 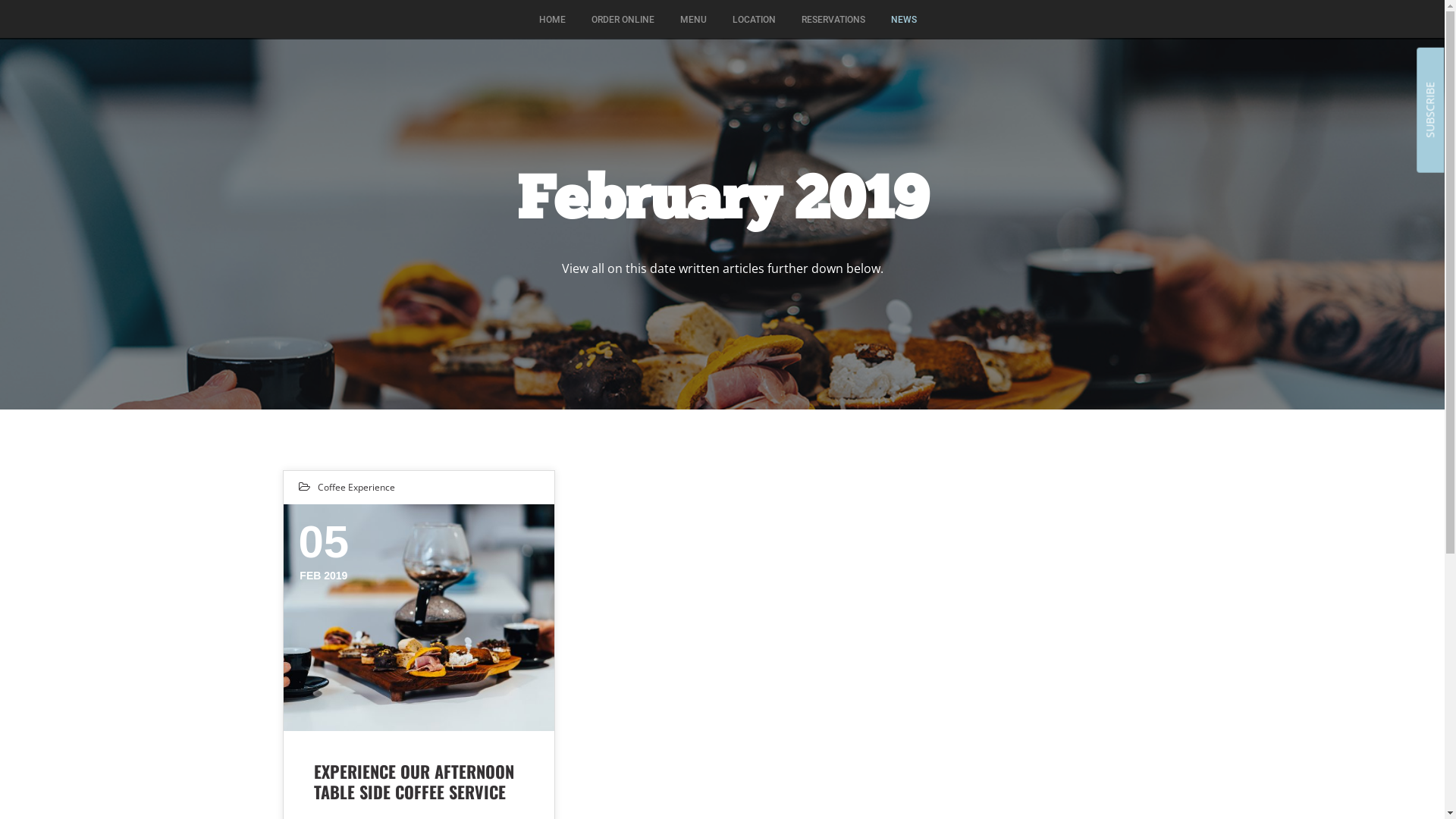 What do you see at coordinates (355, 487) in the screenshot?
I see `'Coffee Experience'` at bounding box center [355, 487].